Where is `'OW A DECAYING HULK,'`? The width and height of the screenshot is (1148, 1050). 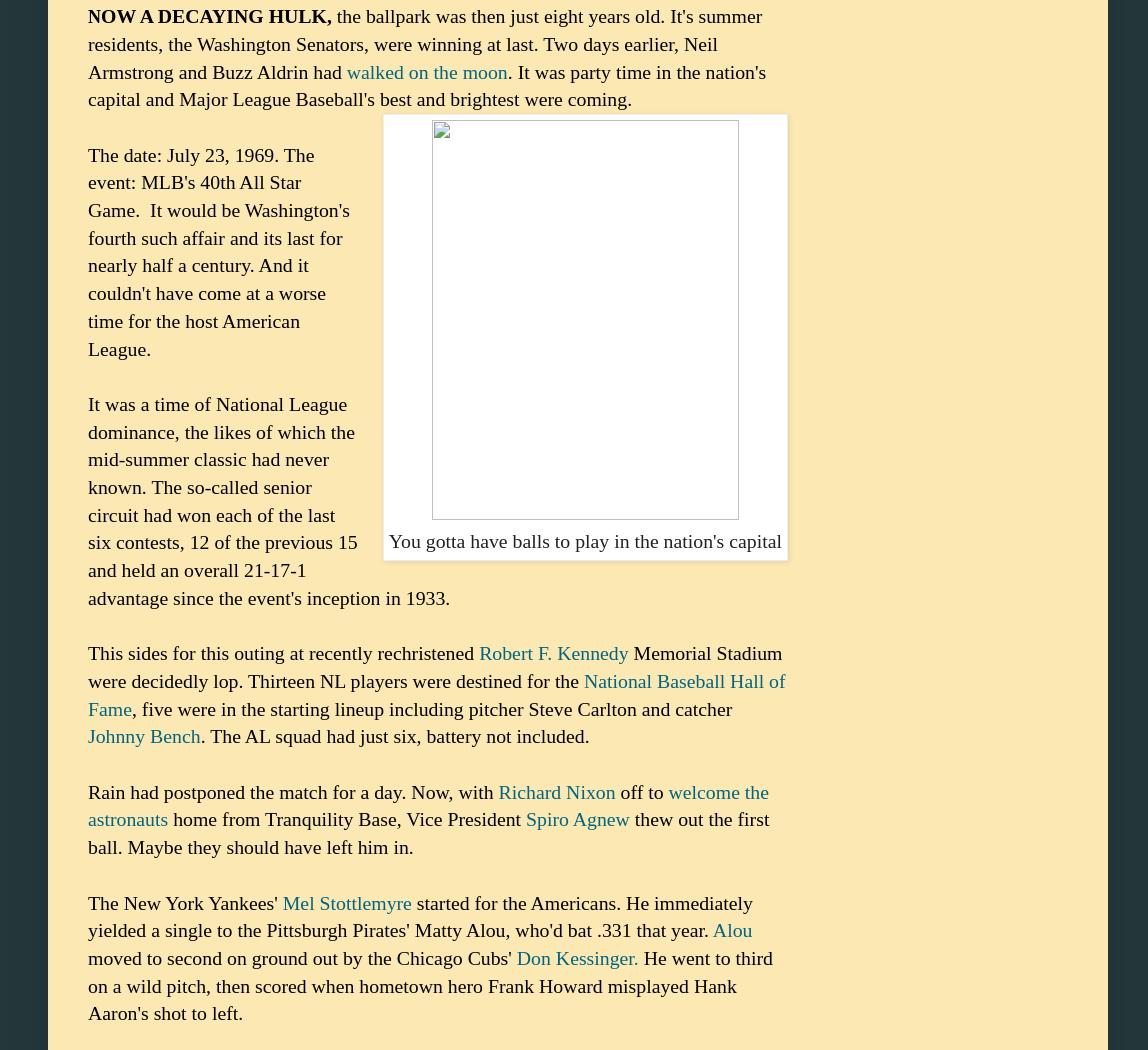 'OW A DECAYING HULK,' is located at coordinates (216, 15).